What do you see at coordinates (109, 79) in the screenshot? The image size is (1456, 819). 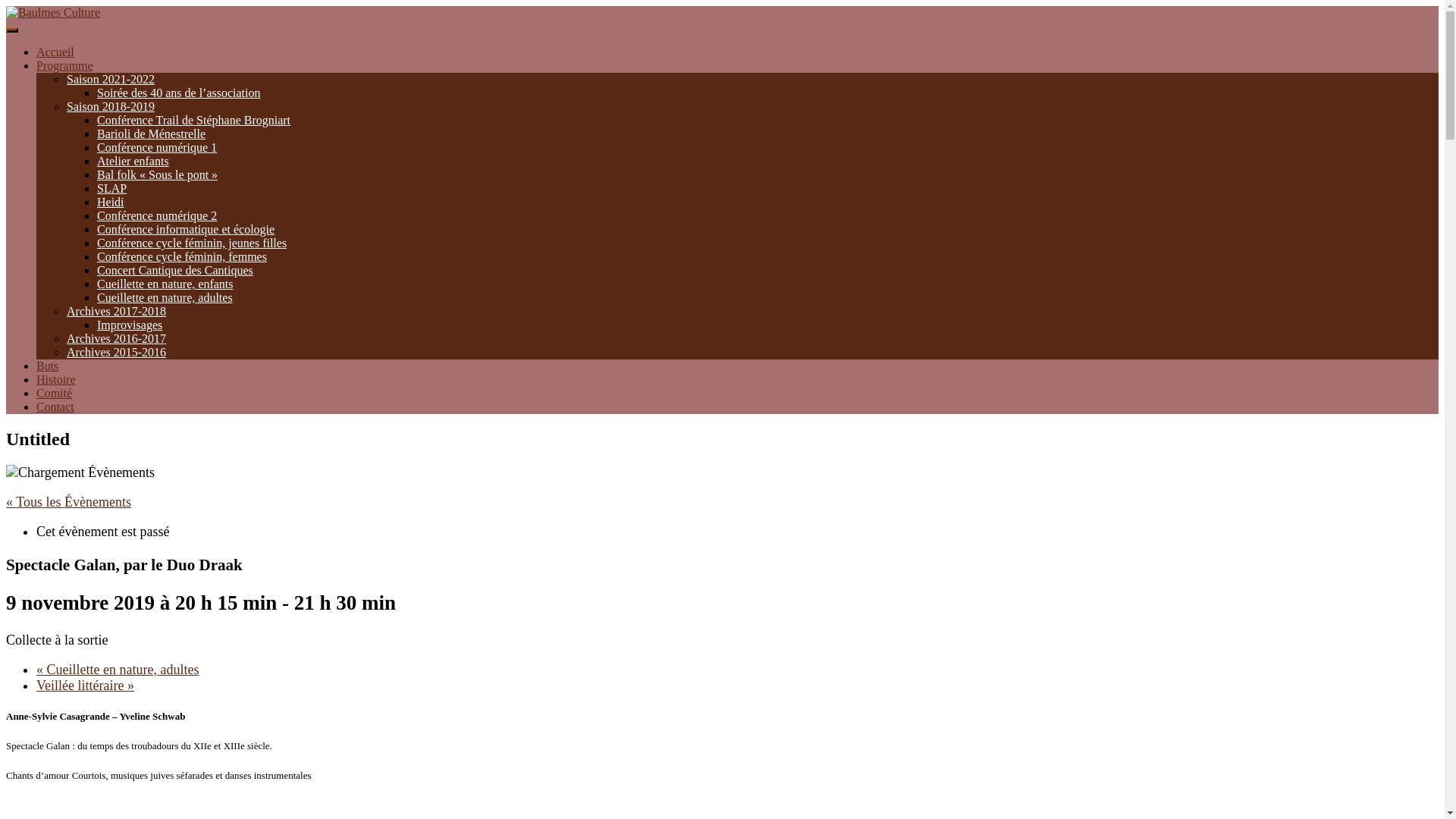 I see `'Saison 2021-2022'` at bounding box center [109, 79].